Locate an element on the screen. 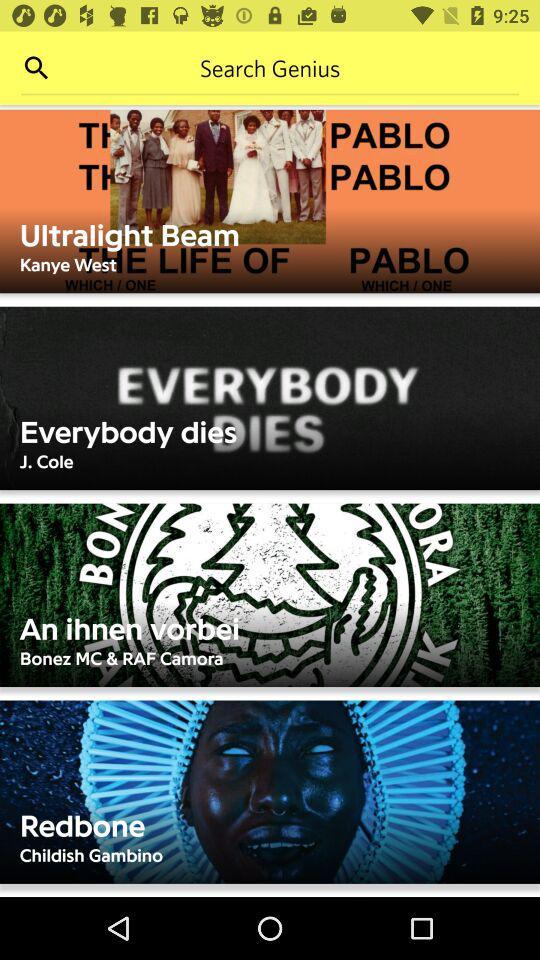  the search icon is located at coordinates (36, 68).